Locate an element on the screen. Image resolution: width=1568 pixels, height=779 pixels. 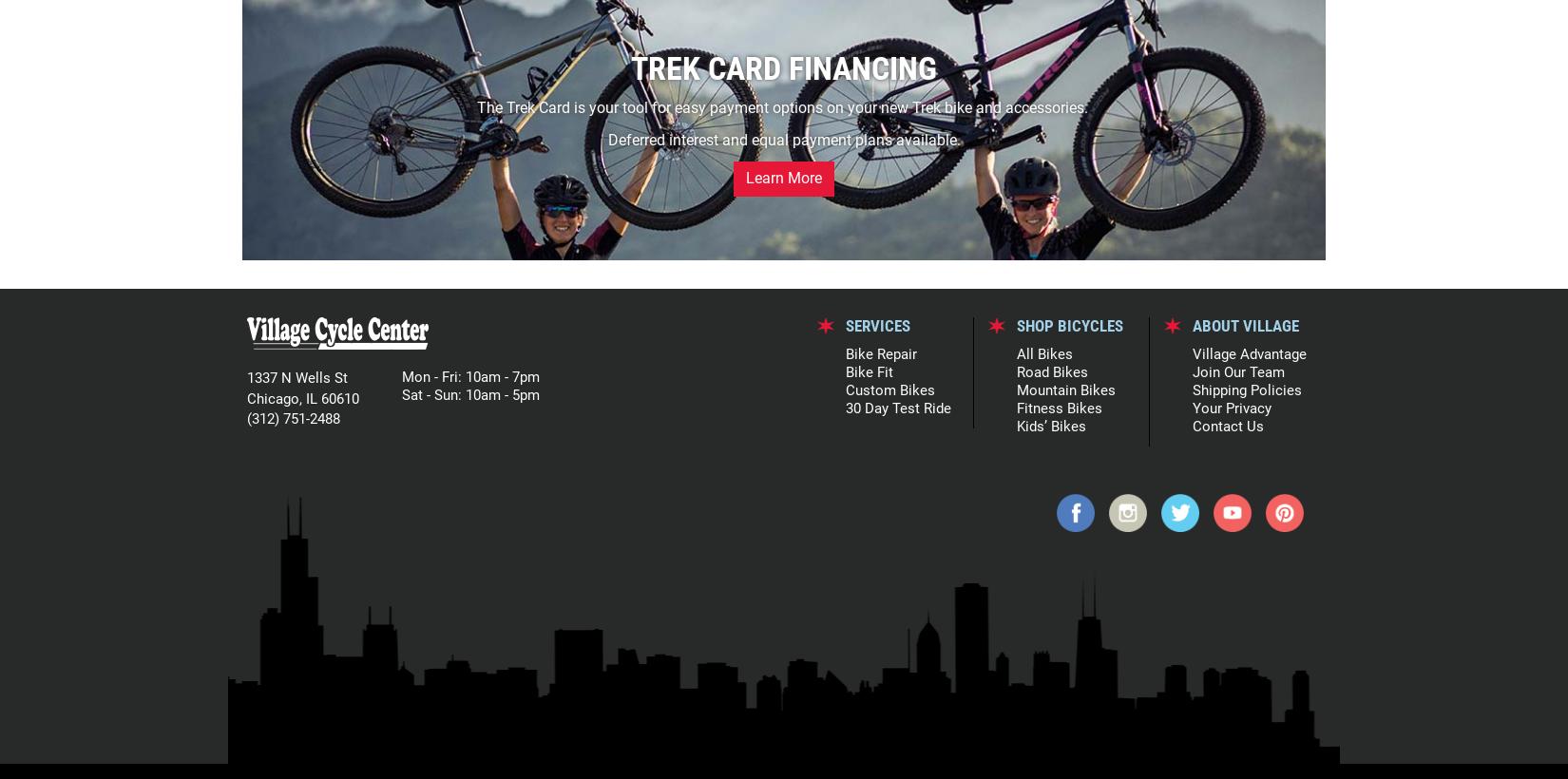
'Contact Us' is located at coordinates (1191, 424).